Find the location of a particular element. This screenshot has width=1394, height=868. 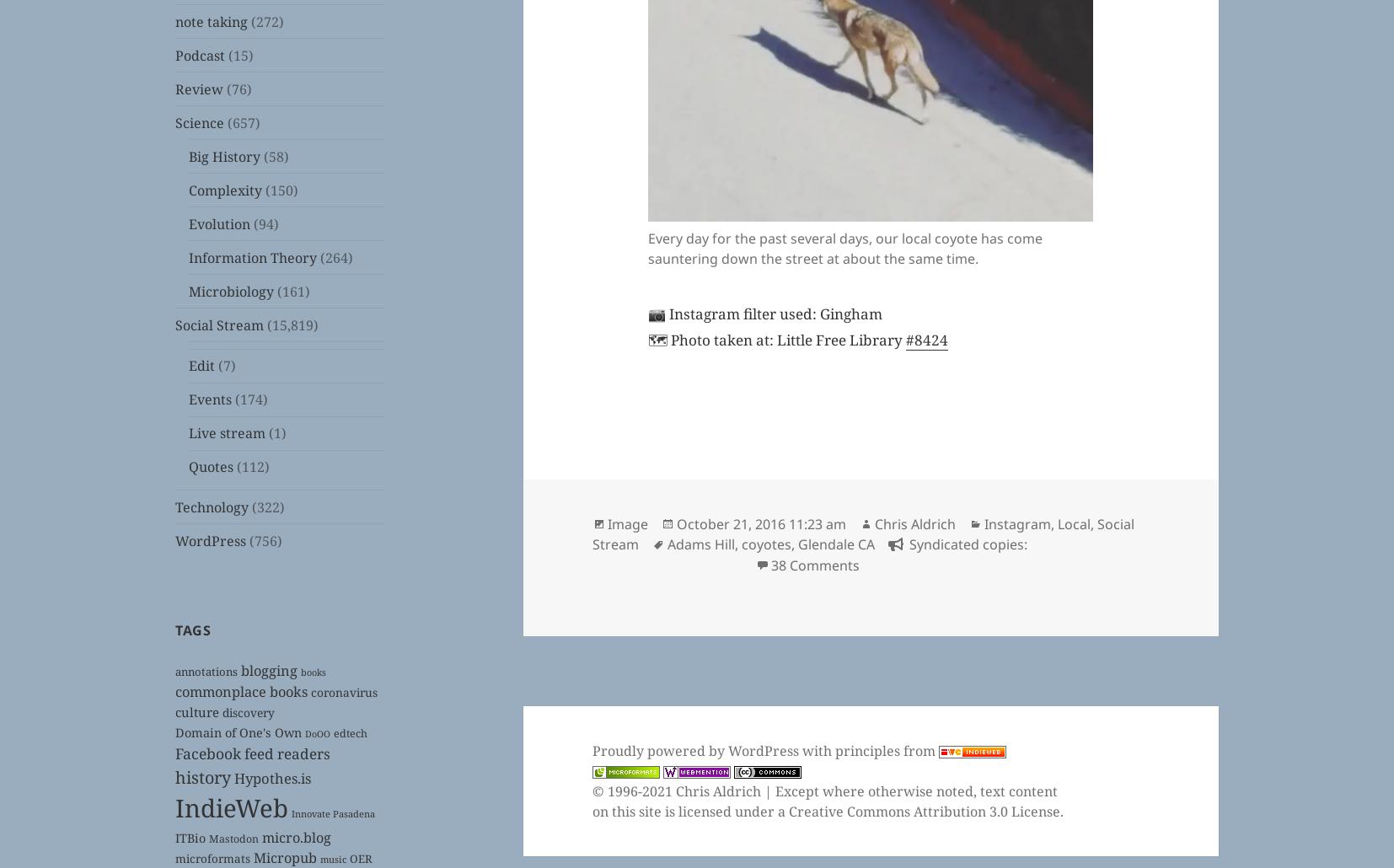

'Domain of One's Own' is located at coordinates (237, 732).